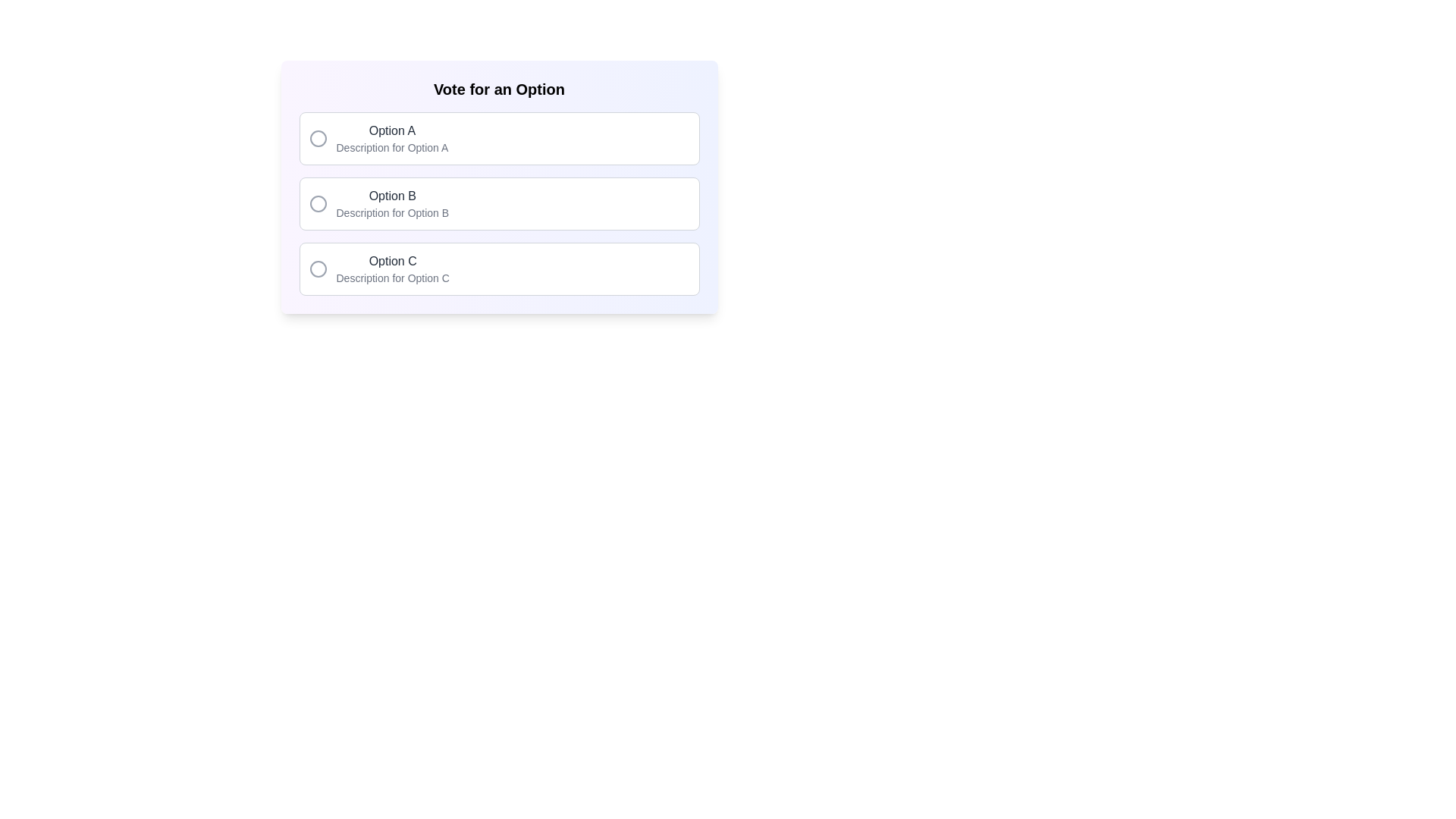 This screenshot has width=1456, height=819. I want to click on the text label that provides information for selecting 'Option C' in the voting context, positioned as the third entry in a vertical list, so click(393, 268).